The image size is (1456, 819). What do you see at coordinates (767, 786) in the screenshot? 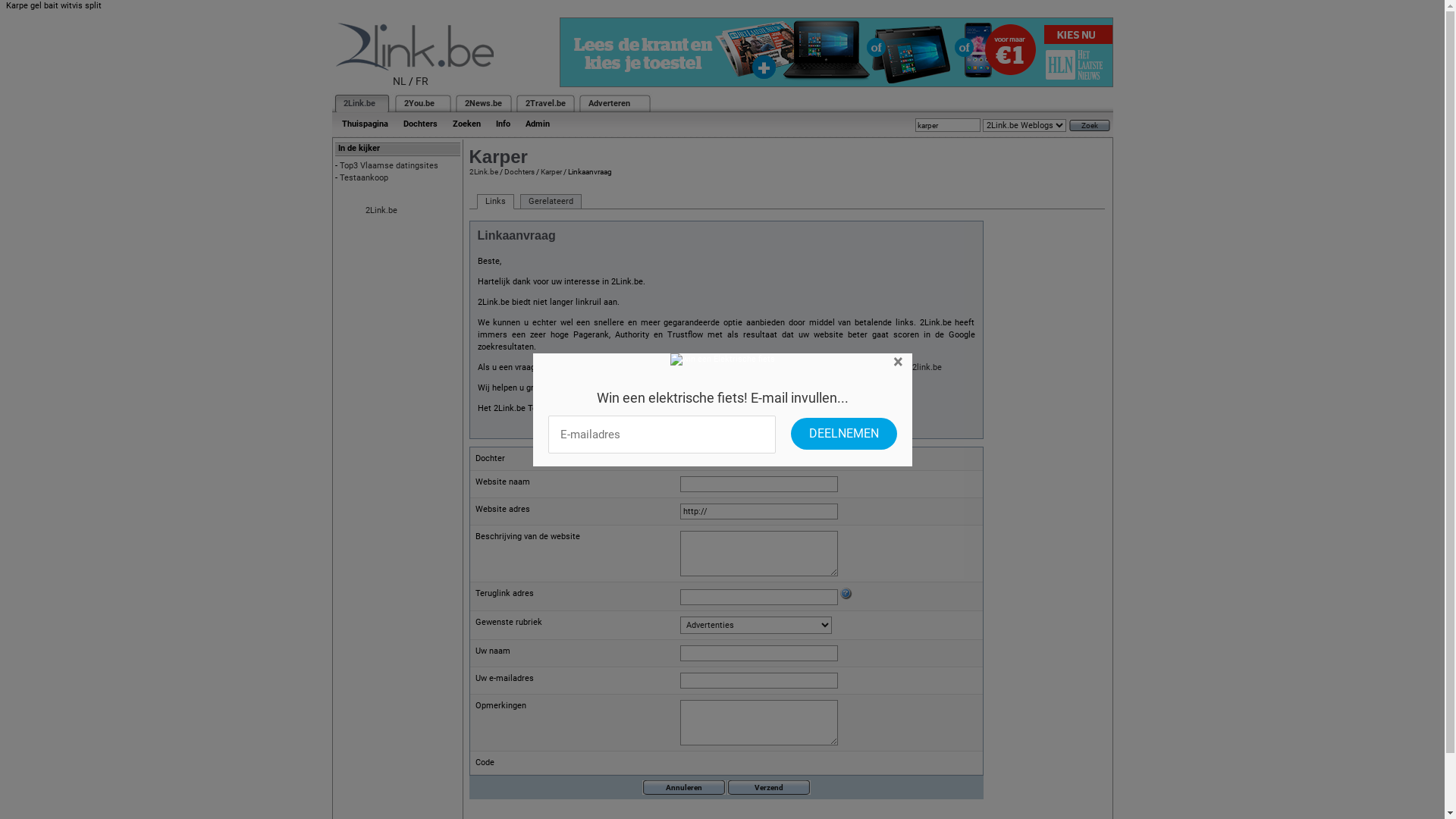
I see `'Verzend'` at bounding box center [767, 786].